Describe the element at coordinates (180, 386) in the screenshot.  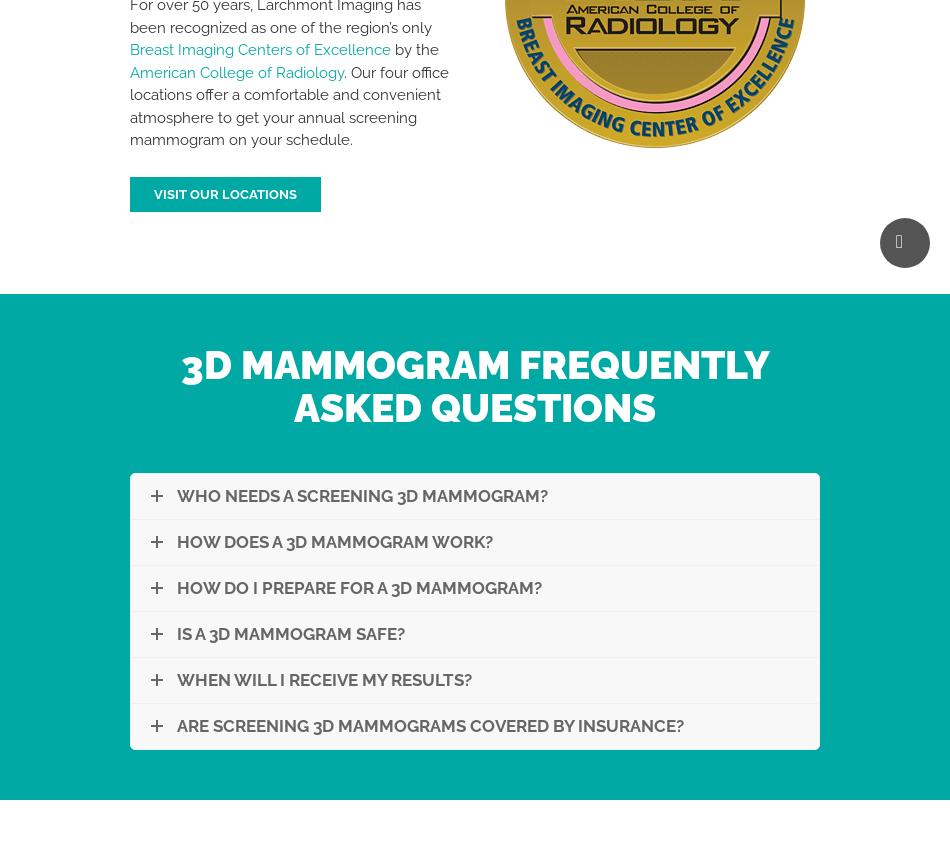
I see `'3D Mammogram Frequently Asked Questions'` at that location.